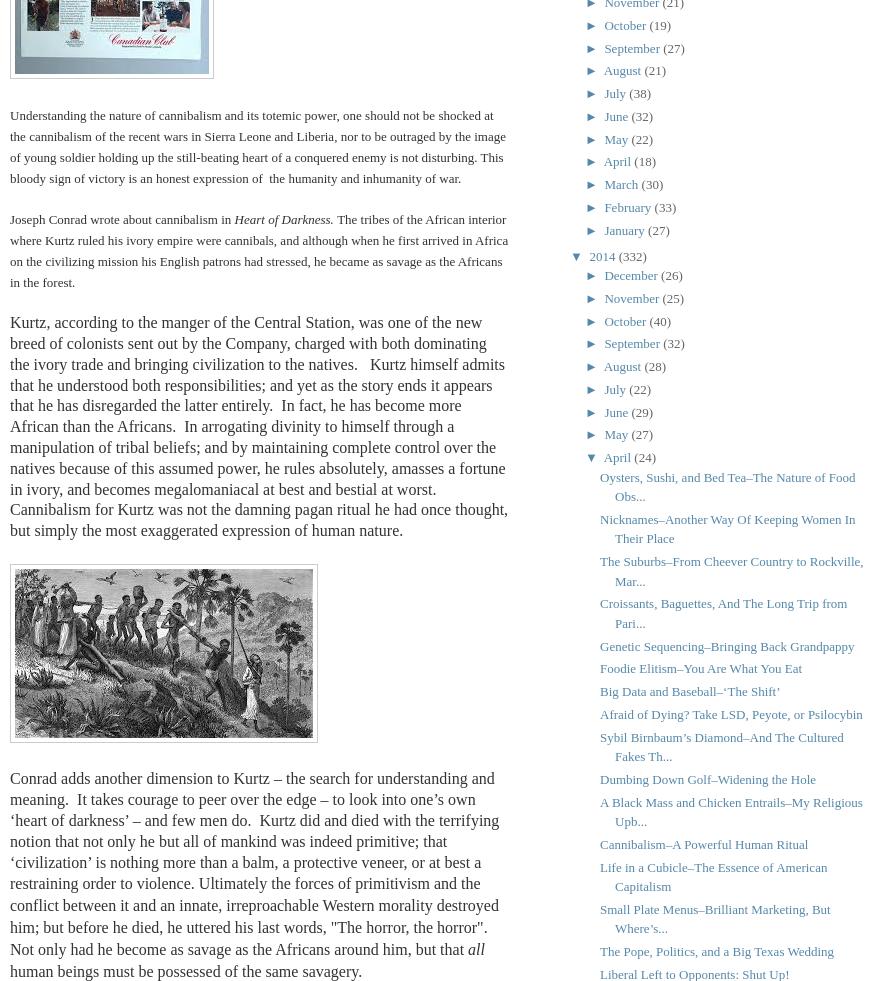 The width and height of the screenshot is (880, 981). Describe the element at coordinates (626, 228) in the screenshot. I see `'January'` at that location.